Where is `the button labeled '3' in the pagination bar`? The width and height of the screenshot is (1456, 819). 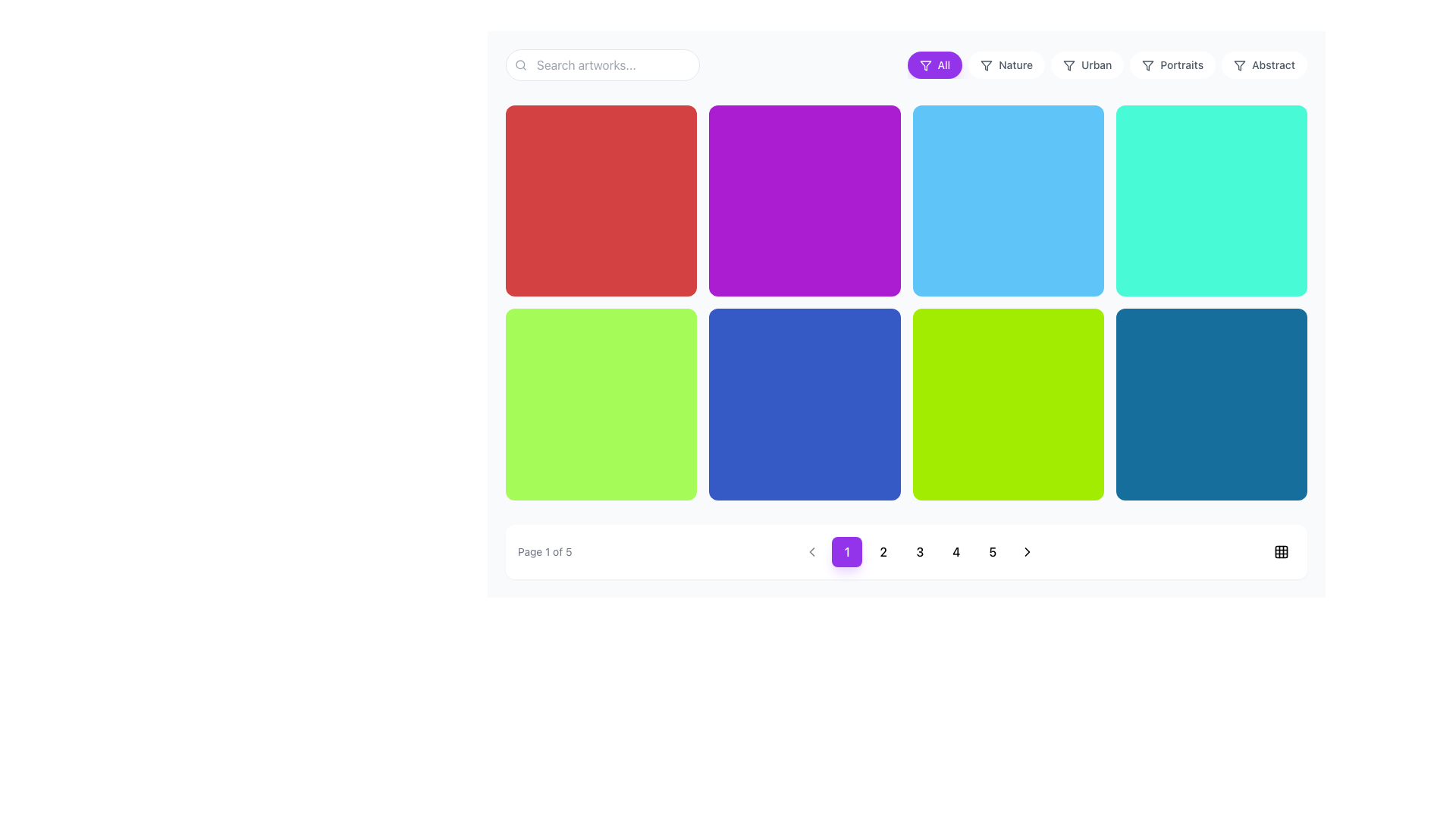
the button labeled '3' in the pagination bar is located at coordinates (919, 551).